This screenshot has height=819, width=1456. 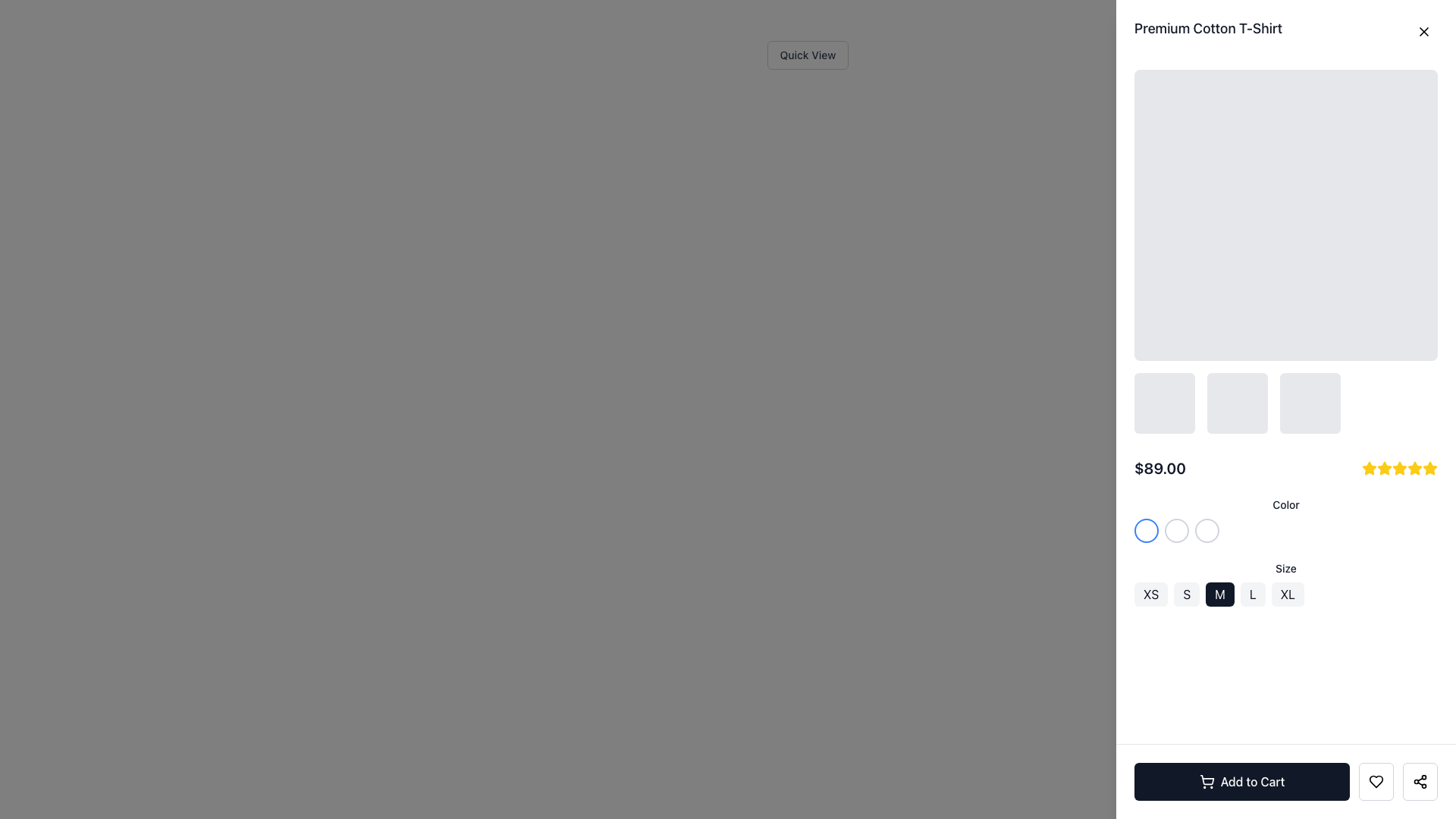 What do you see at coordinates (807, 55) in the screenshot?
I see `the 'Quick View' button, which is styled with rounded corners and a light background` at bounding box center [807, 55].